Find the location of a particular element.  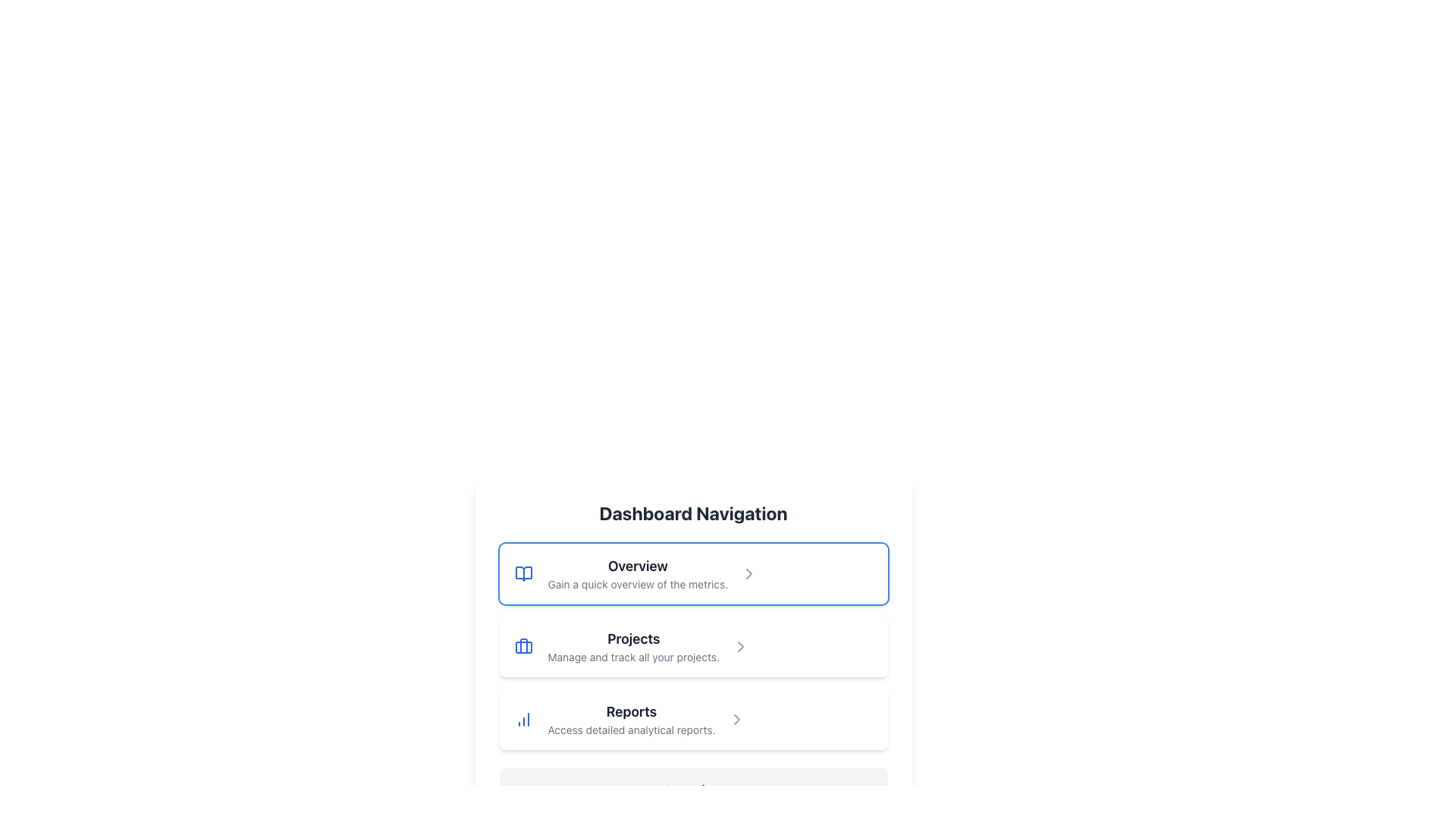

the chevron arrow icon located to the far right of the 'Reports' menu item is located at coordinates (736, 718).